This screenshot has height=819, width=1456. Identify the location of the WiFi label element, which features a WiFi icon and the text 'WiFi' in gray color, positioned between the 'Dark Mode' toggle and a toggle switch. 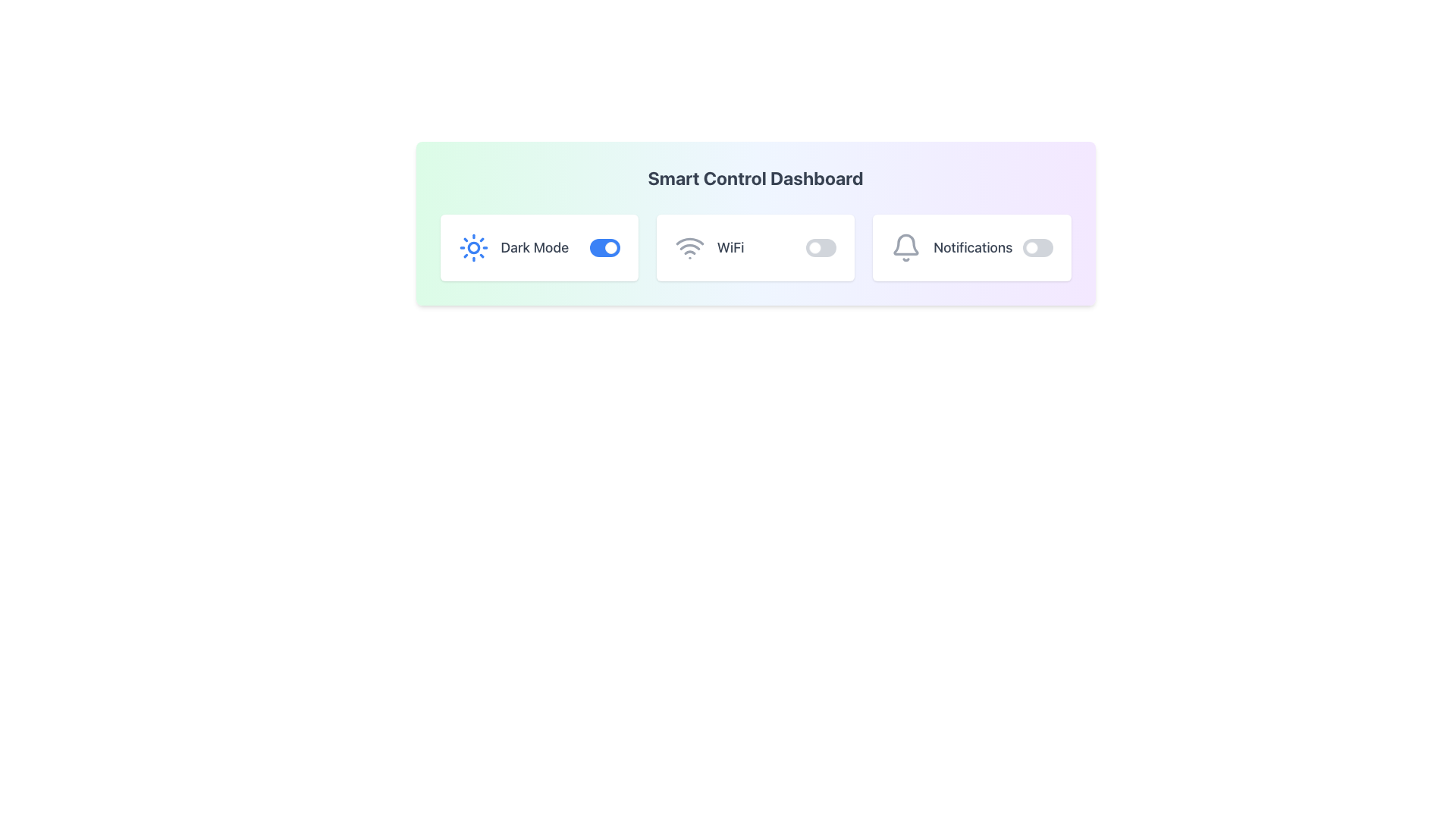
(708, 247).